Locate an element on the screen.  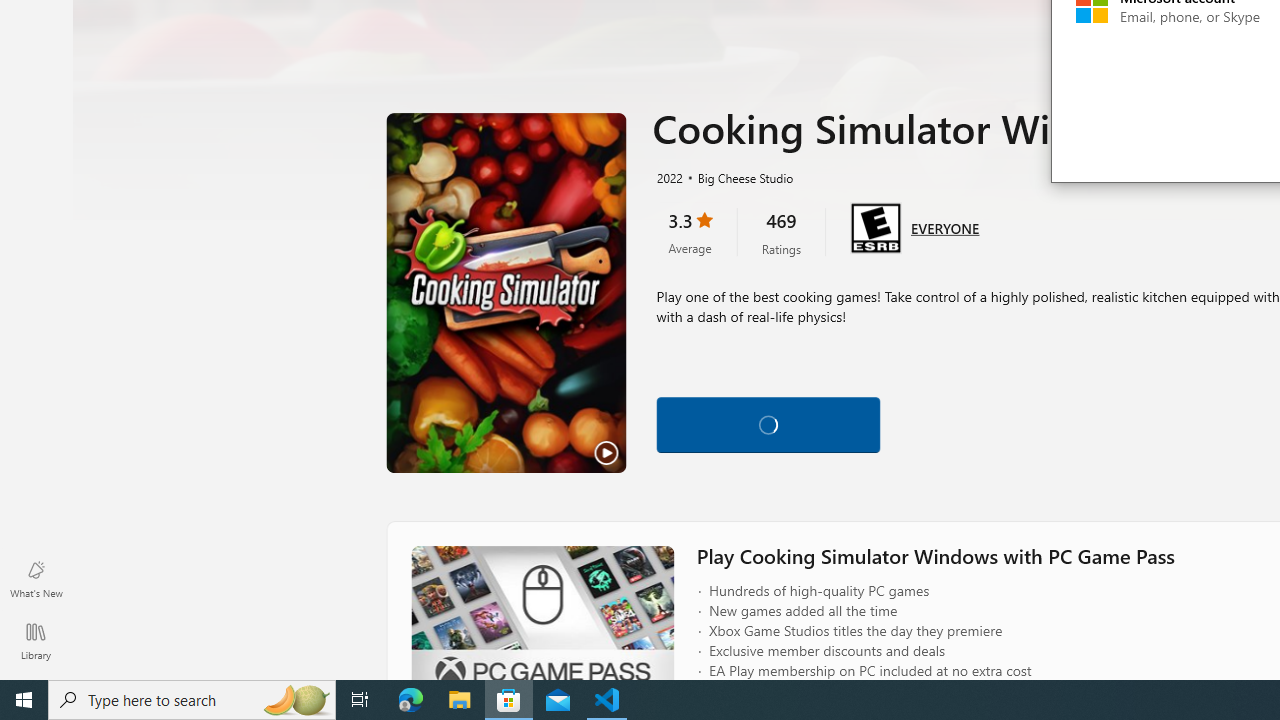
'Type here to search' is located at coordinates (192, 698).